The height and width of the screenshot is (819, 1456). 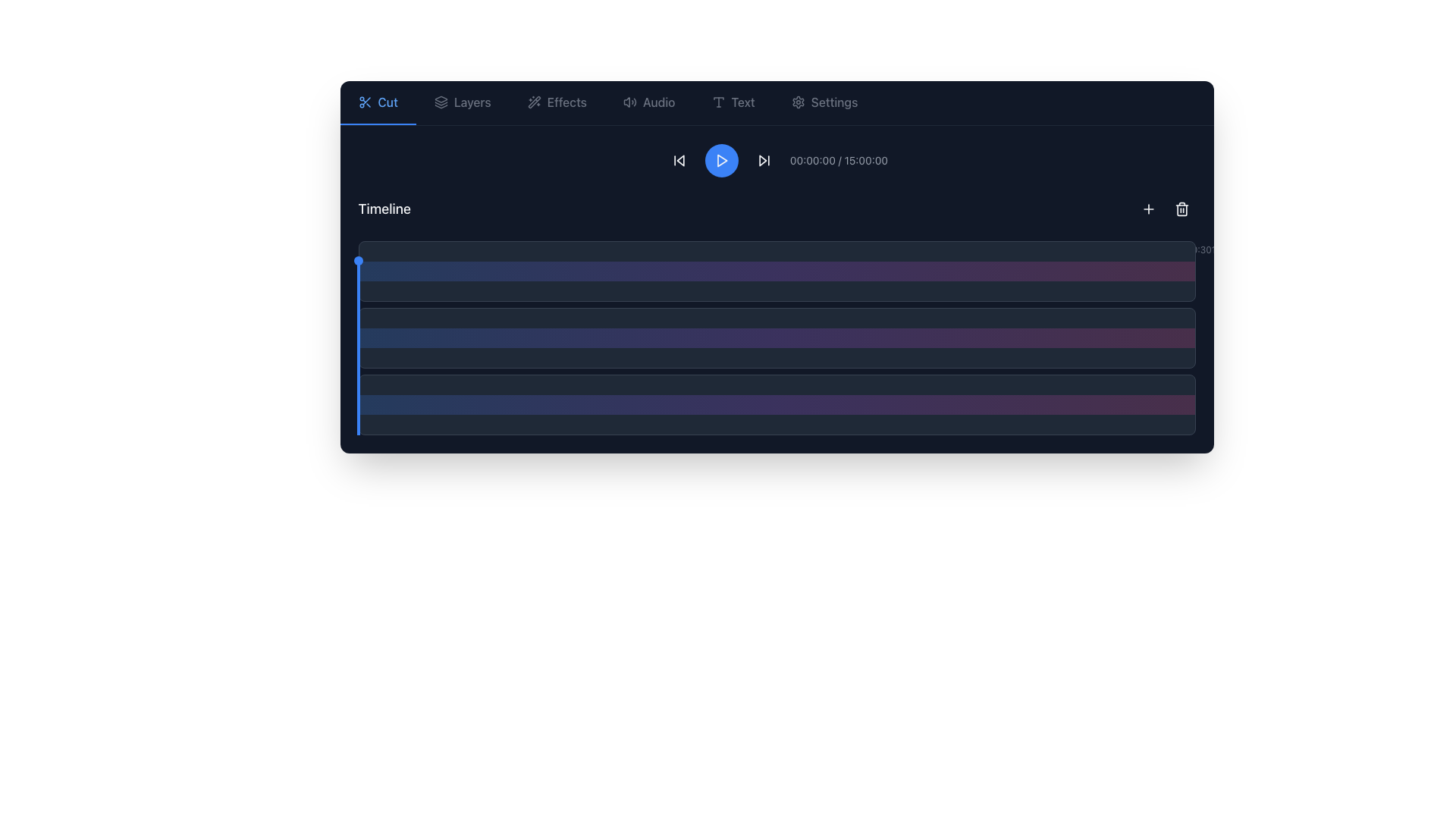 What do you see at coordinates (440, 105) in the screenshot?
I see `the bottom-most trapezoidal layer of the layered stack icon located in the top toolbar, adjacent to the 'Cut' and 'Effects' icons` at bounding box center [440, 105].